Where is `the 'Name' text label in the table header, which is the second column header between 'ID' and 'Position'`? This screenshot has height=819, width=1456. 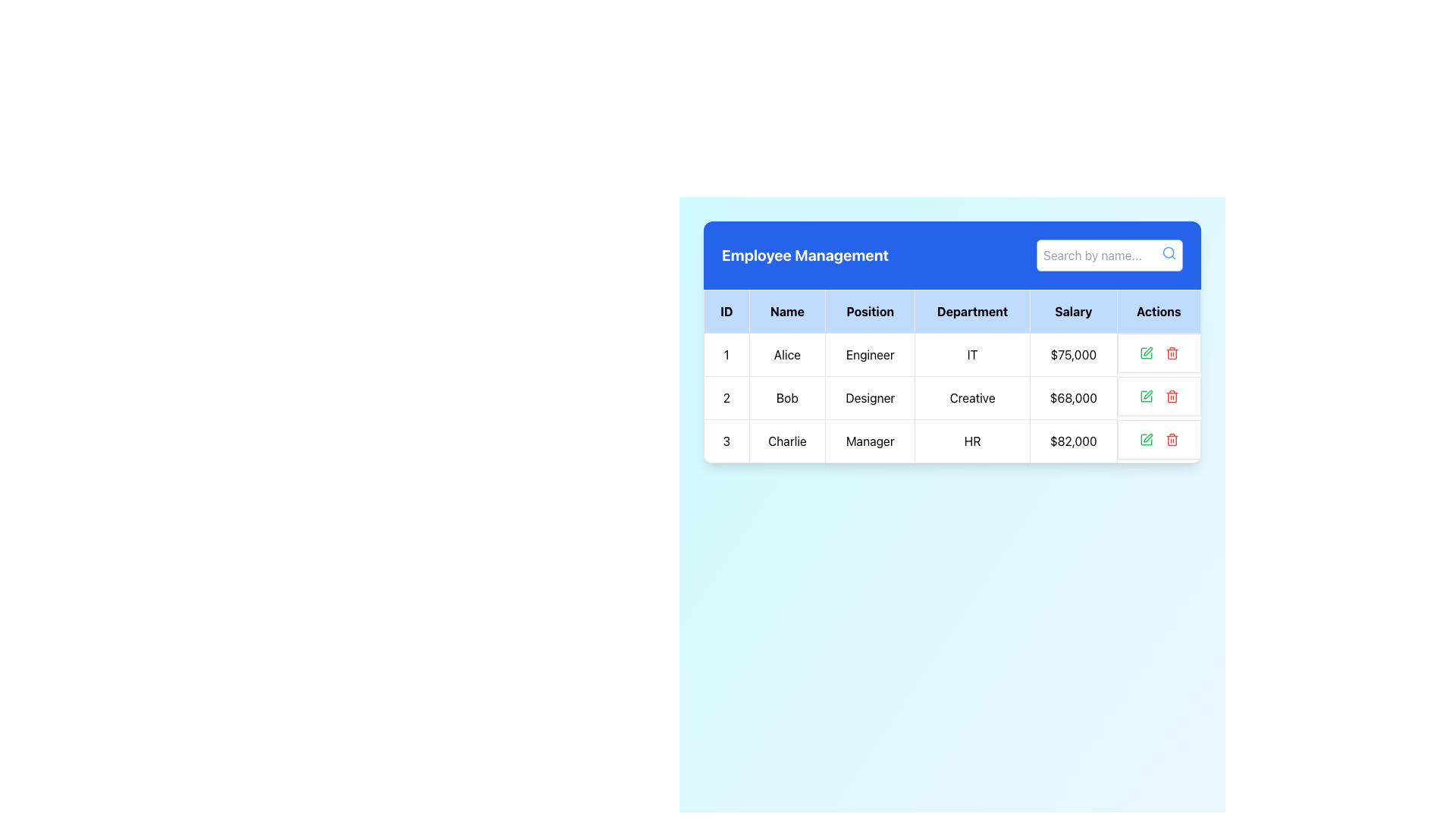 the 'Name' text label in the table header, which is the second column header between 'ID' and 'Position' is located at coordinates (787, 311).